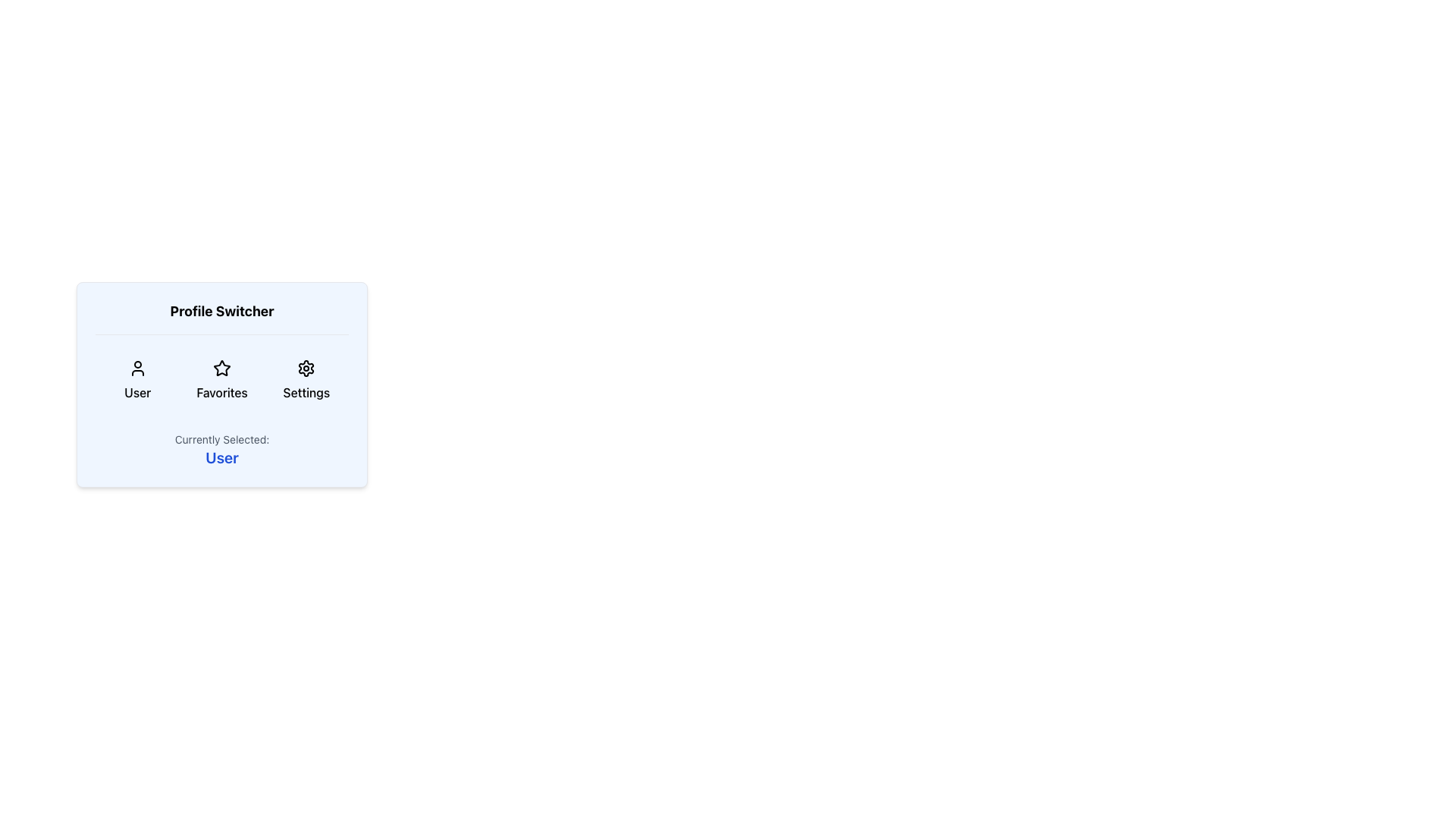 The image size is (1456, 819). I want to click on the 'User' button in the 'Profile Switcher' section, so click(137, 379).